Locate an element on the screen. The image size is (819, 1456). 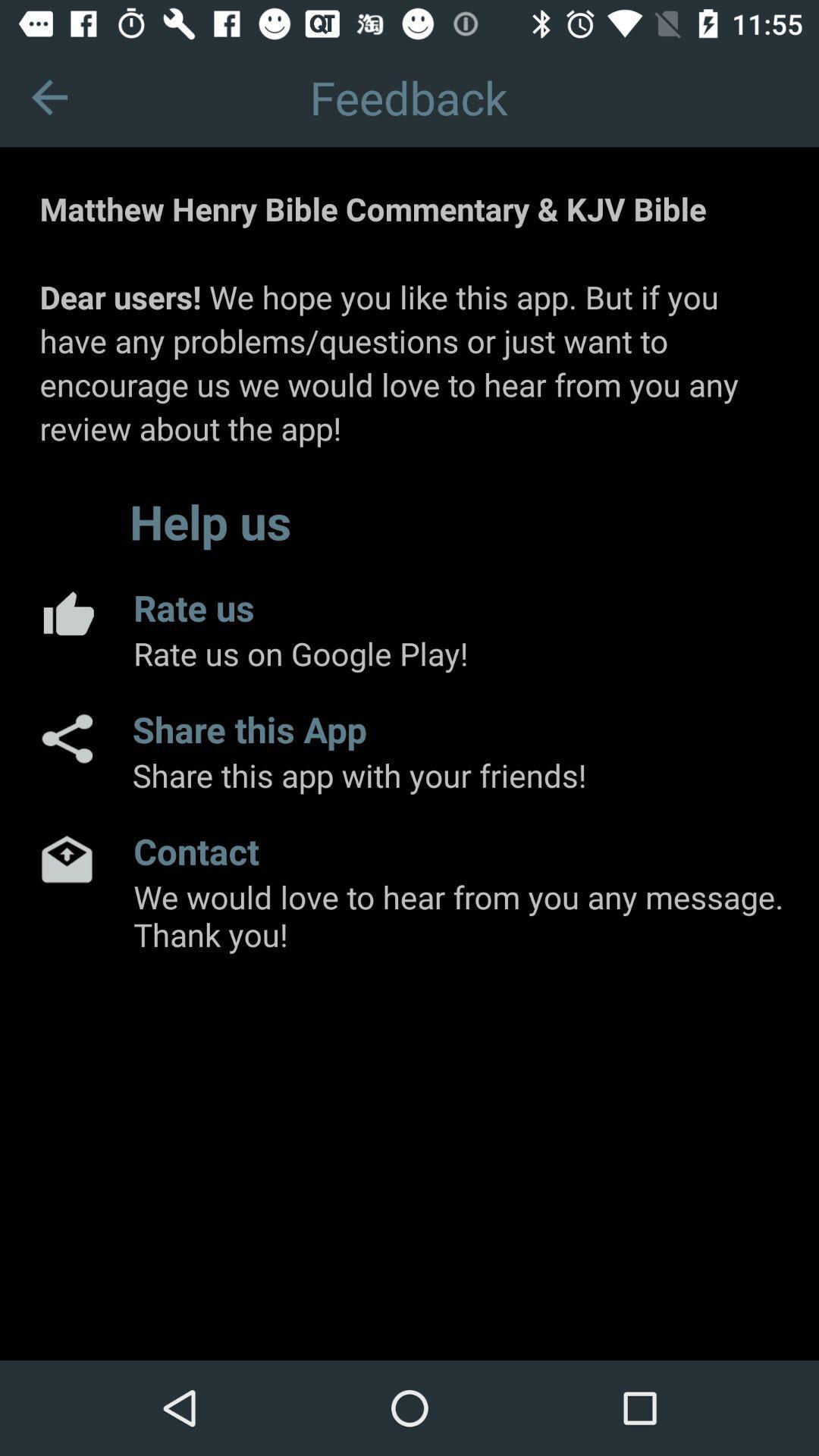
app next to contact is located at coordinates (66, 858).